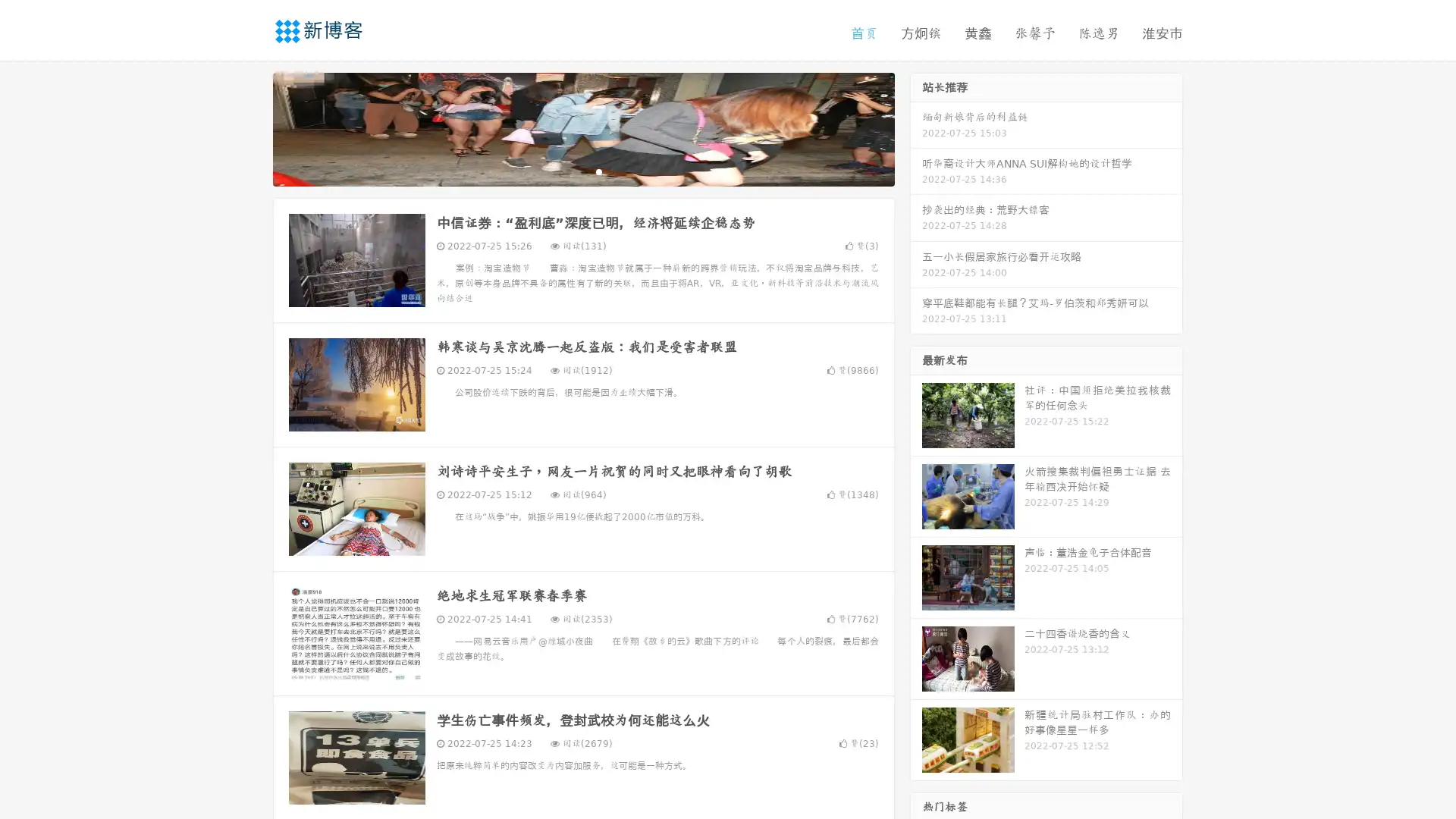 The width and height of the screenshot is (1456, 819). What do you see at coordinates (567, 171) in the screenshot?
I see `Go to slide 1` at bounding box center [567, 171].